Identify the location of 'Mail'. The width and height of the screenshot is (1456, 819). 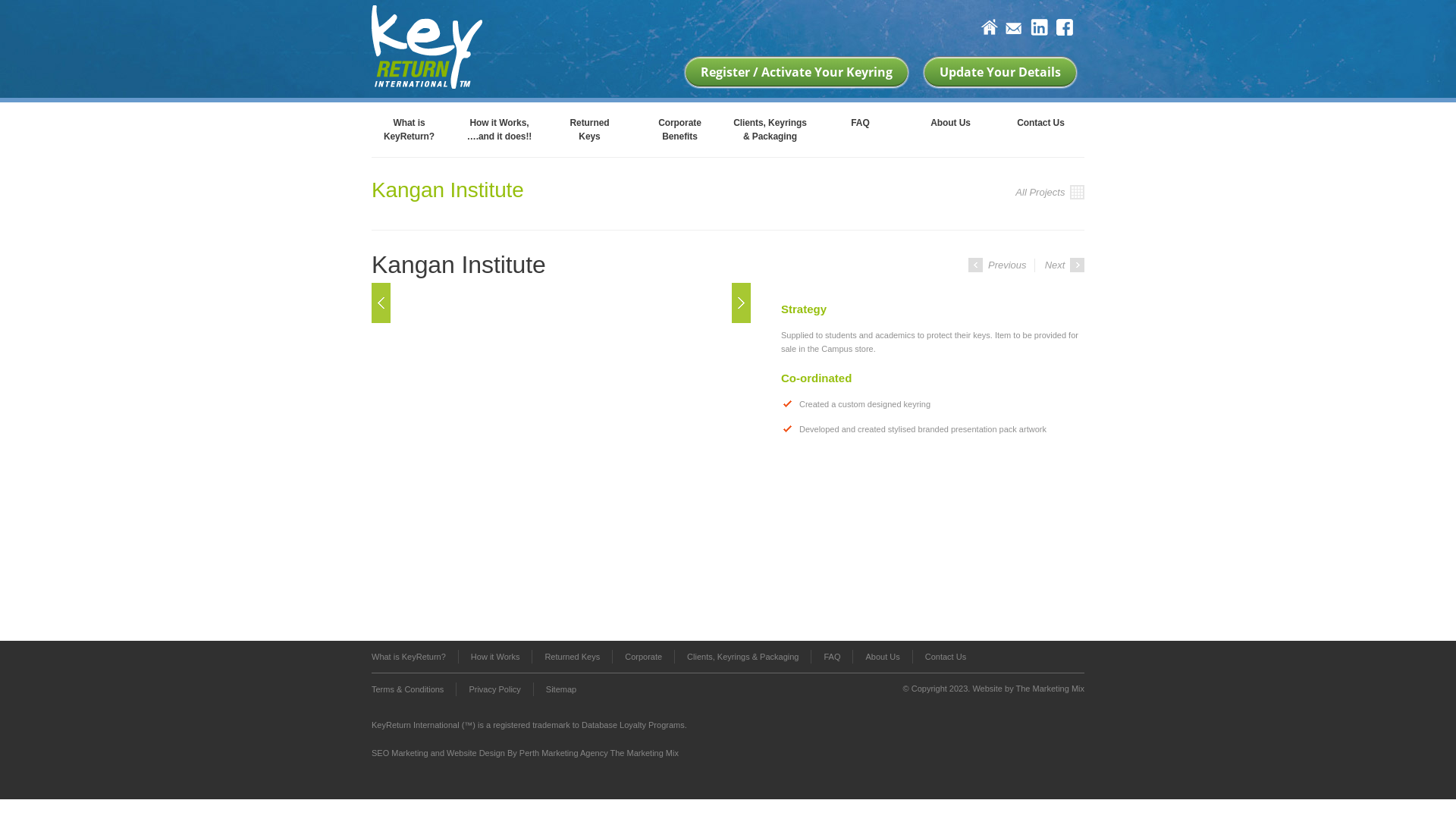
(1014, 30).